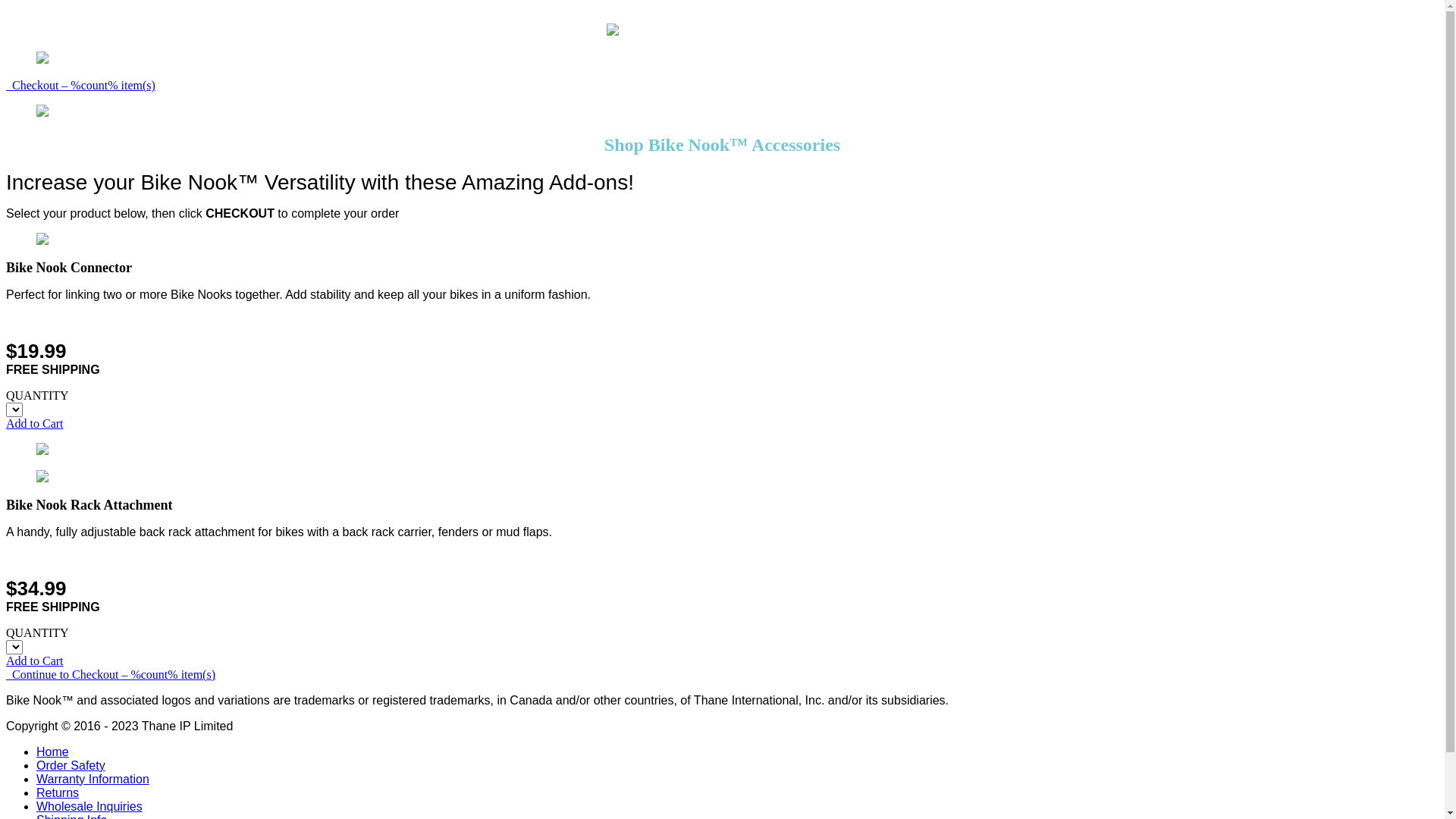  I want to click on 'Wholesale Inquiries', so click(89, 805).